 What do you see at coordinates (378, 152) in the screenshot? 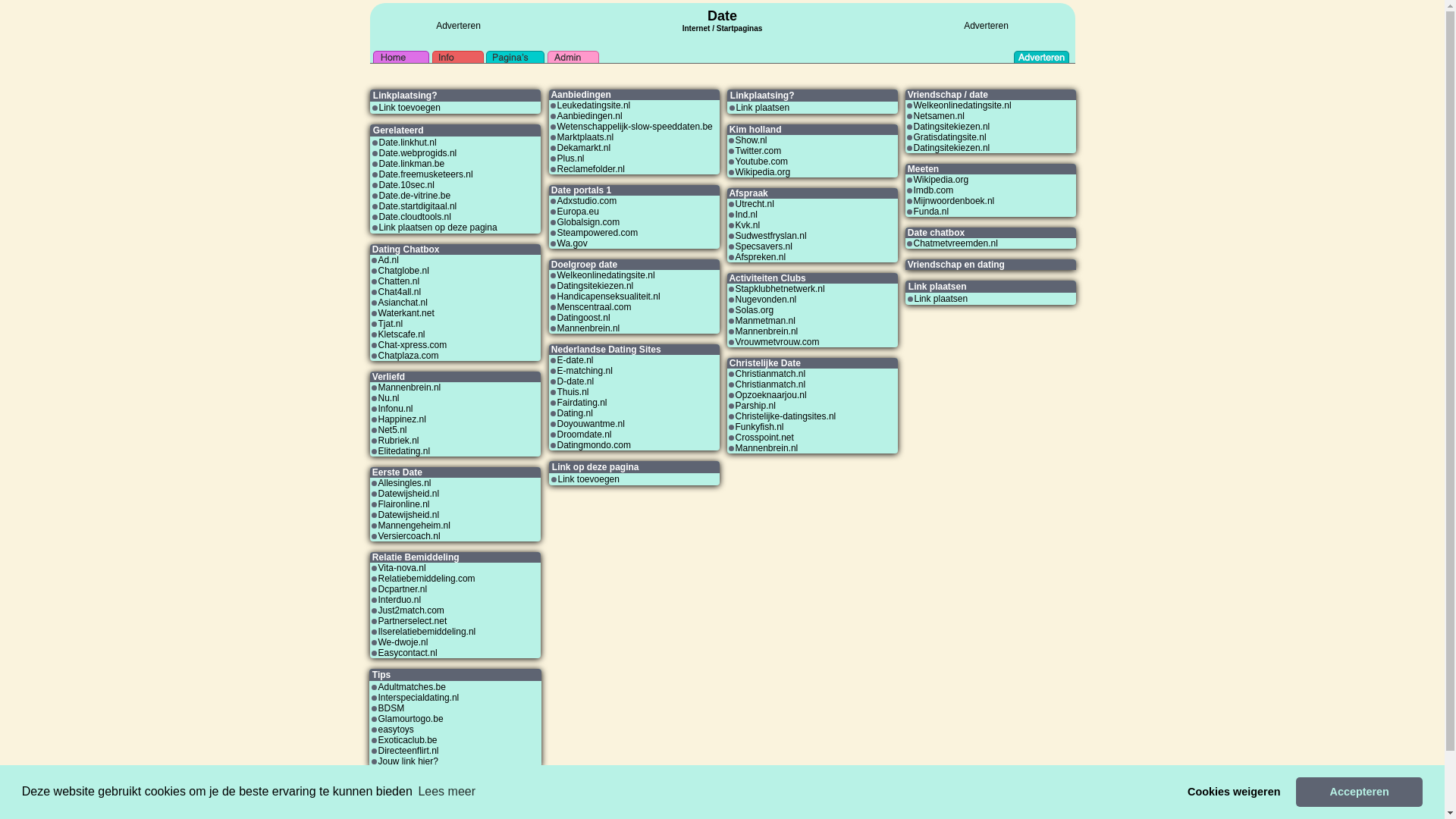
I see `'Date.webprogids.nl'` at bounding box center [378, 152].